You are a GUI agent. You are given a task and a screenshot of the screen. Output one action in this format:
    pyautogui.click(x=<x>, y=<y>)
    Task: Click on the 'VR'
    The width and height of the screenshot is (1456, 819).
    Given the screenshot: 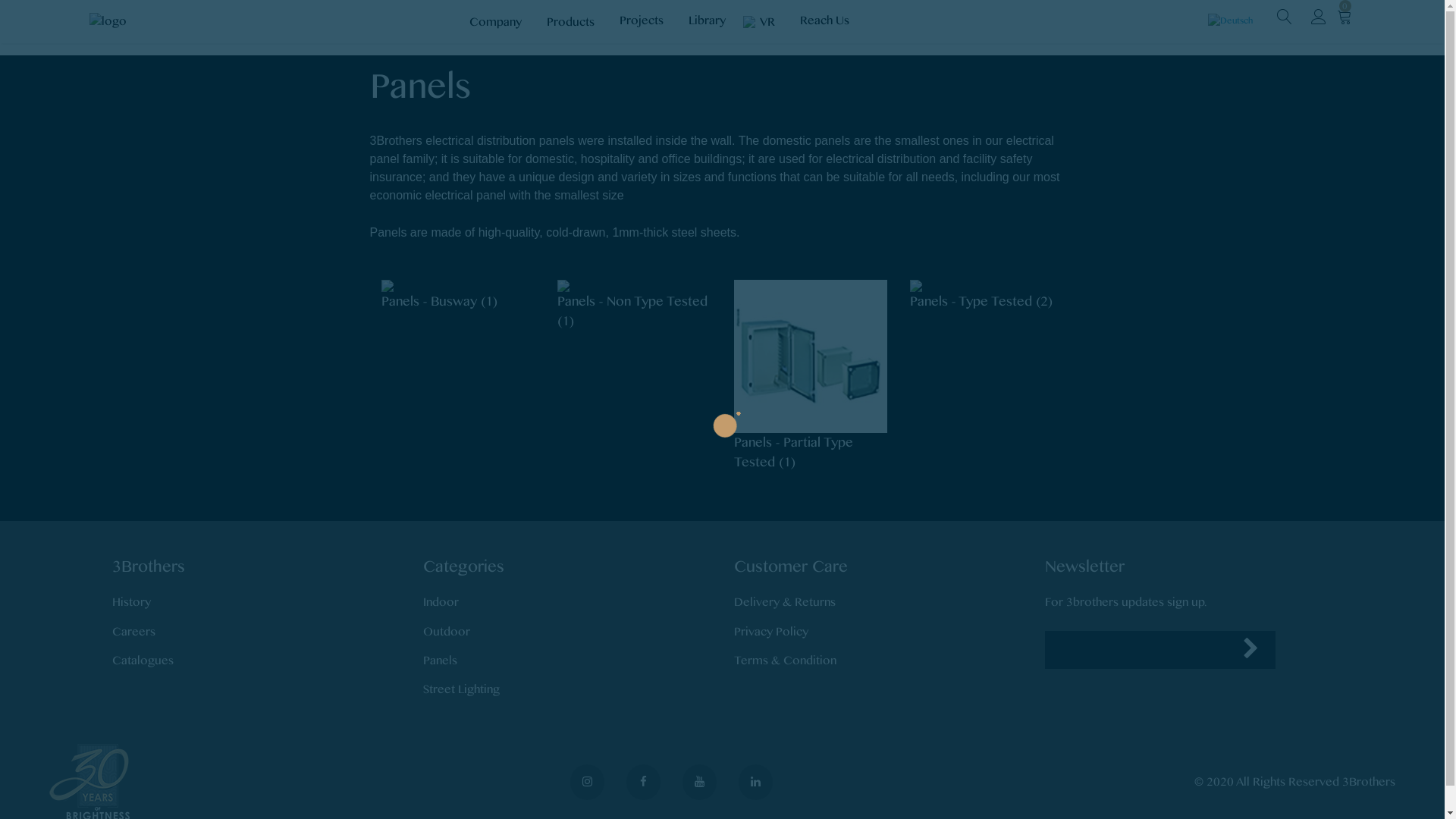 What is the action you would take?
    pyautogui.click(x=763, y=21)
    